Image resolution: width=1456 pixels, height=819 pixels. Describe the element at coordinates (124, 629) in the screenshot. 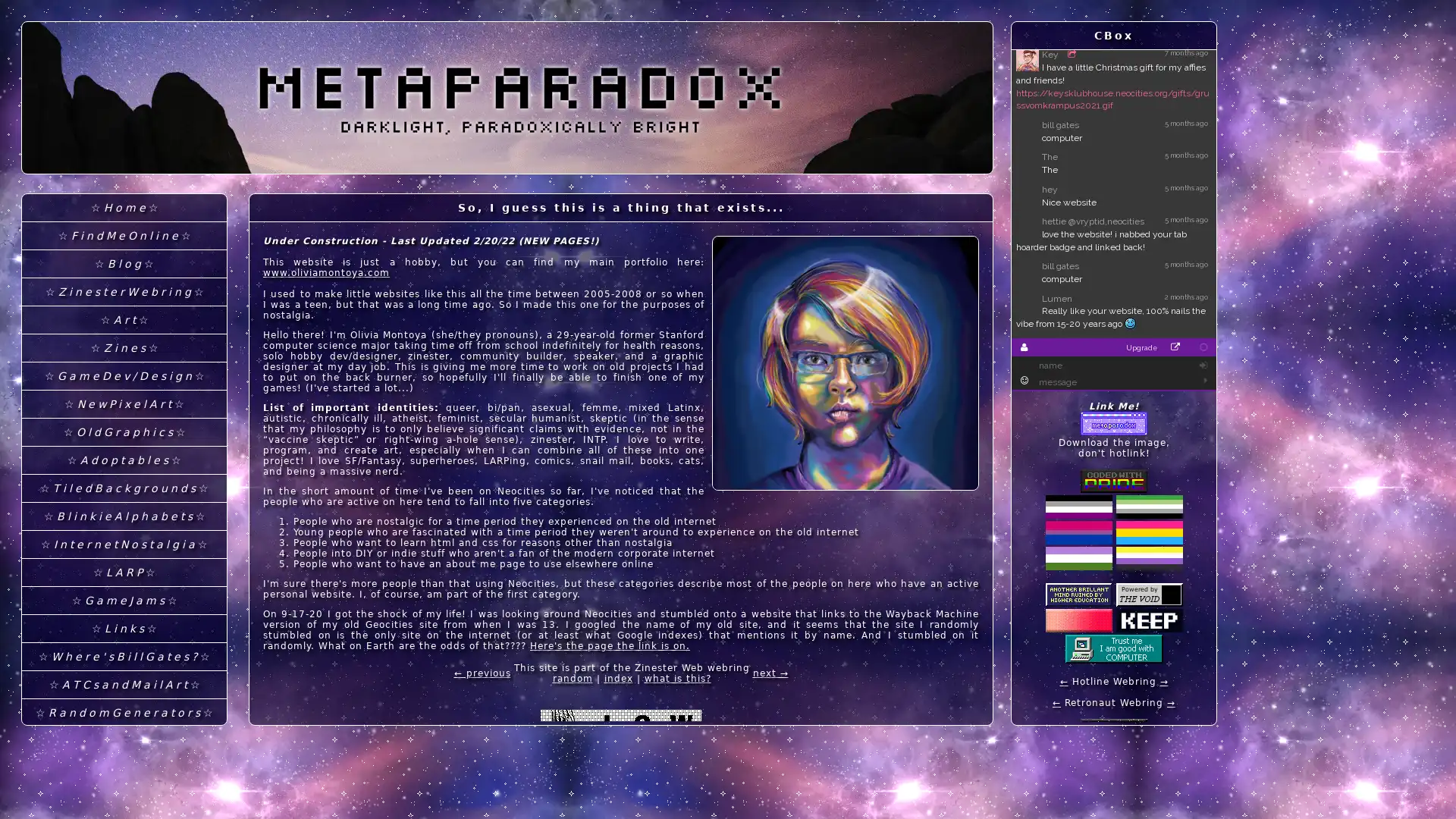

I see `L i n k s` at that location.